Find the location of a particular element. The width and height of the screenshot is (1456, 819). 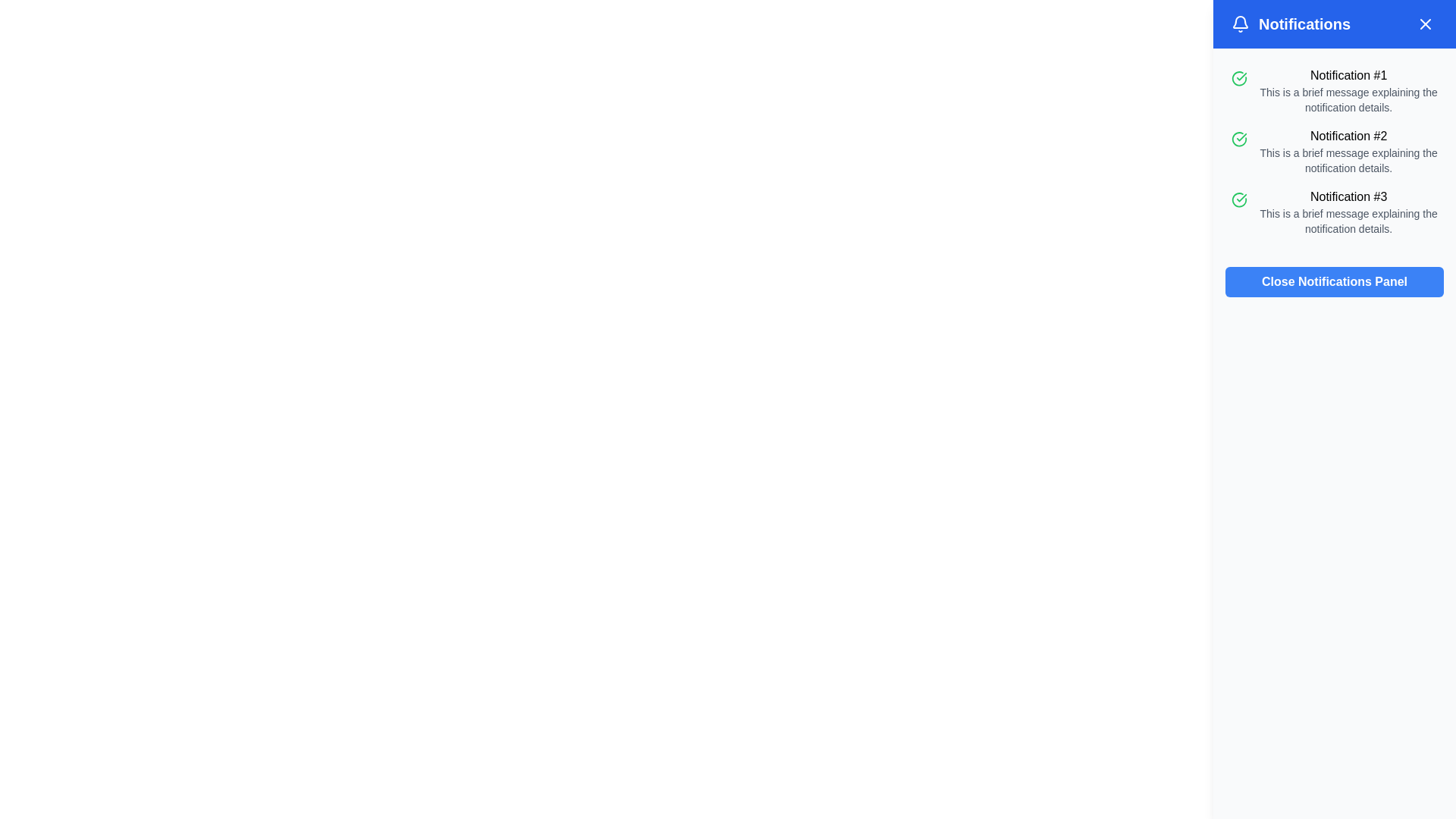

the checkmark icon in the second notification block titled 'Notification #2' in the notifications panel is located at coordinates (1239, 140).